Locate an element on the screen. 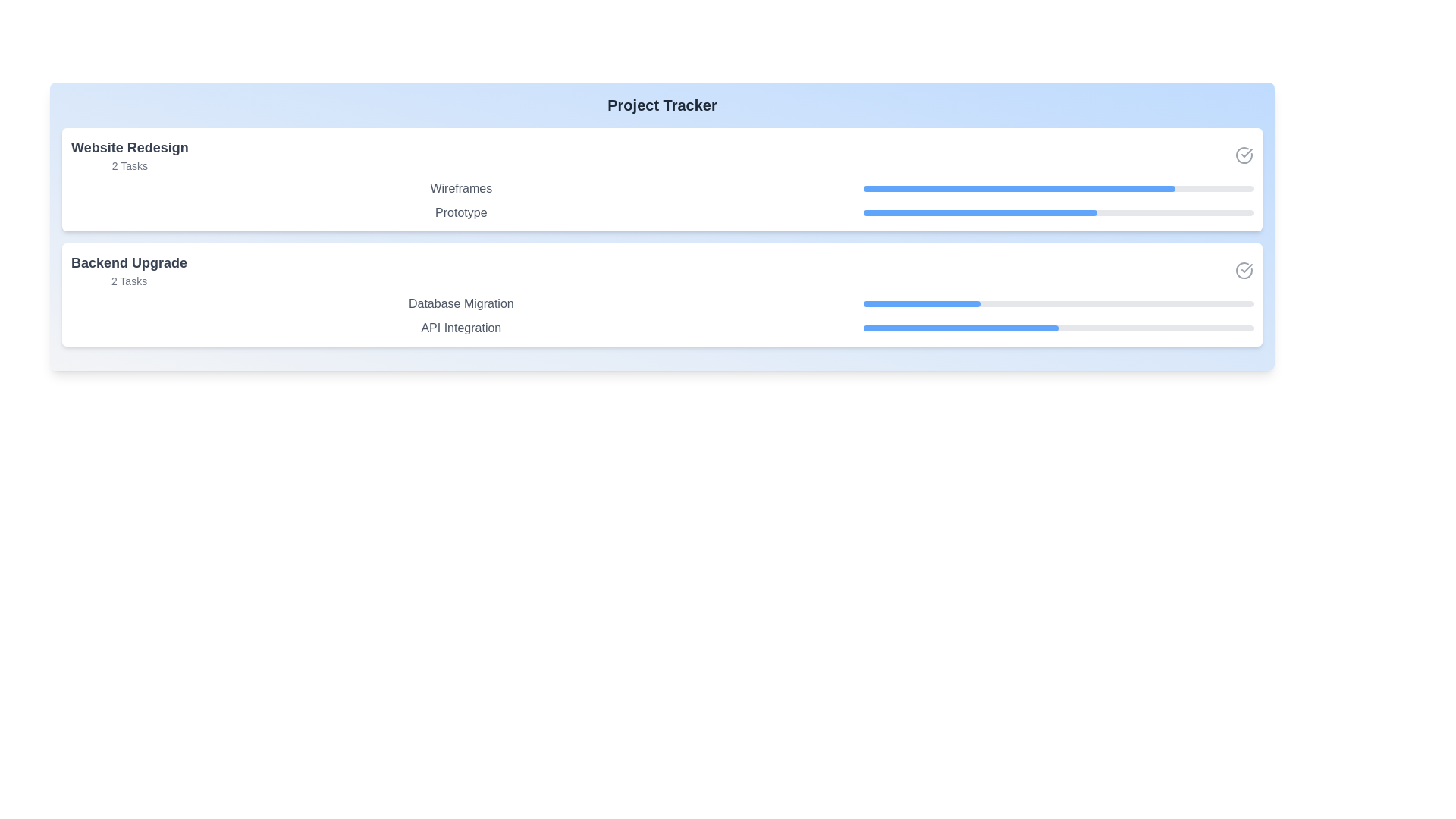 The height and width of the screenshot is (819, 1456). the title text element is located at coordinates (130, 148).